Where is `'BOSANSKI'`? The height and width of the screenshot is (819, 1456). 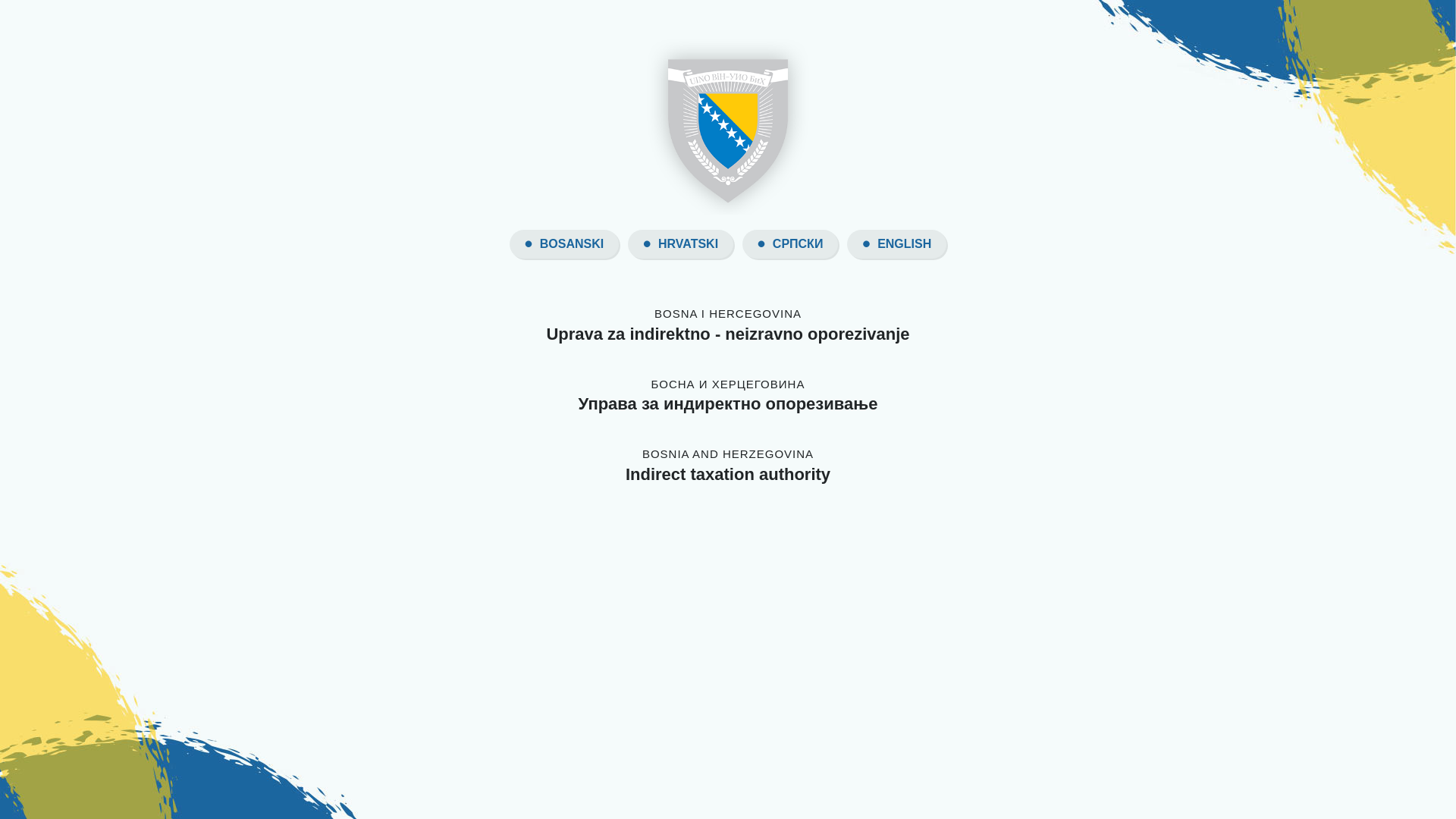 'BOSANSKI' is located at coordinates (570, 243).